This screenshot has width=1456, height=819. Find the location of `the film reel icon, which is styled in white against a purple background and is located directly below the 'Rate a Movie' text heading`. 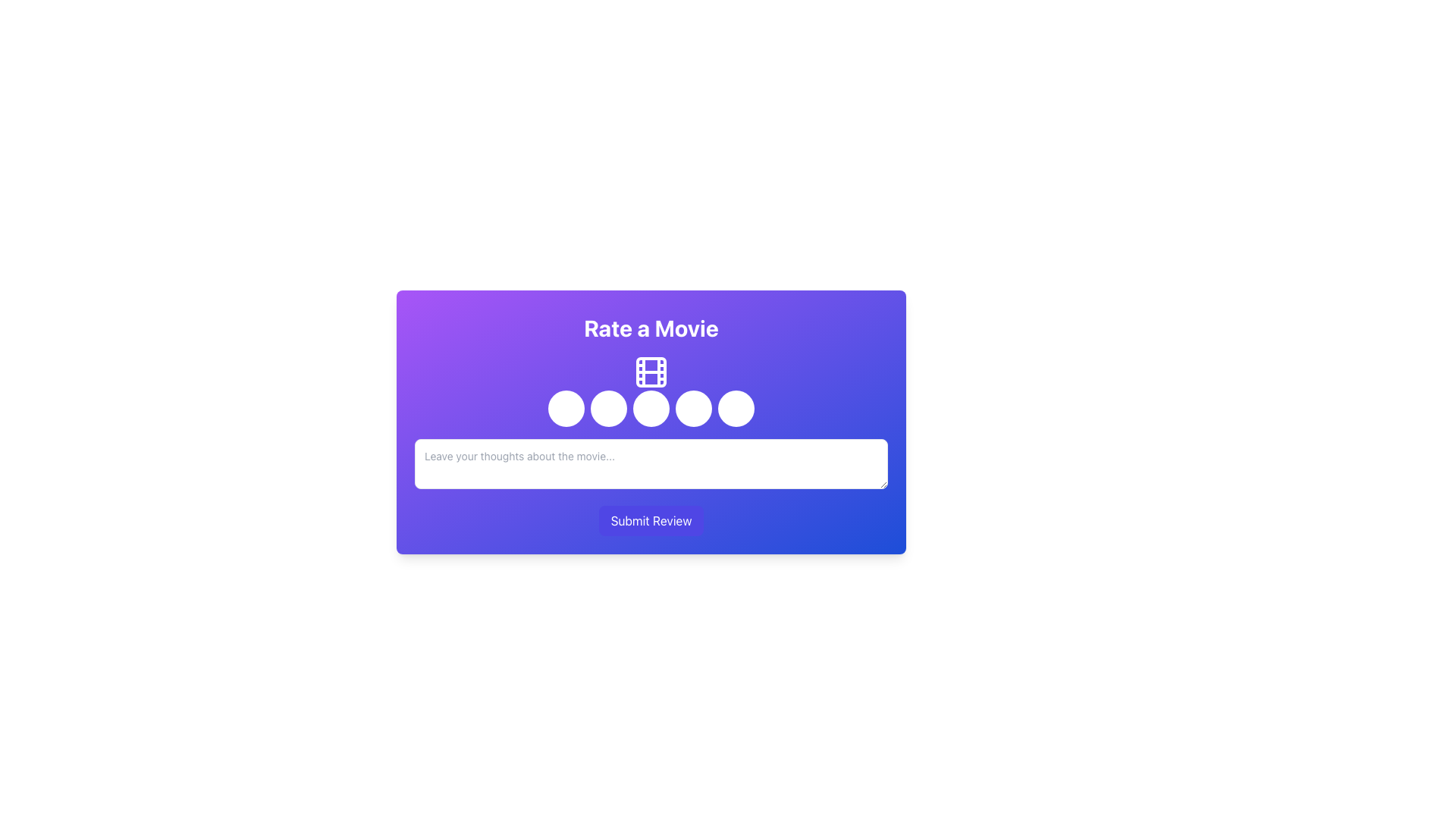

the film reel icon, which is styled in white against a purple background and is located directly below the 'Rate a Movie' text heading is located at coordinates (651, 372).